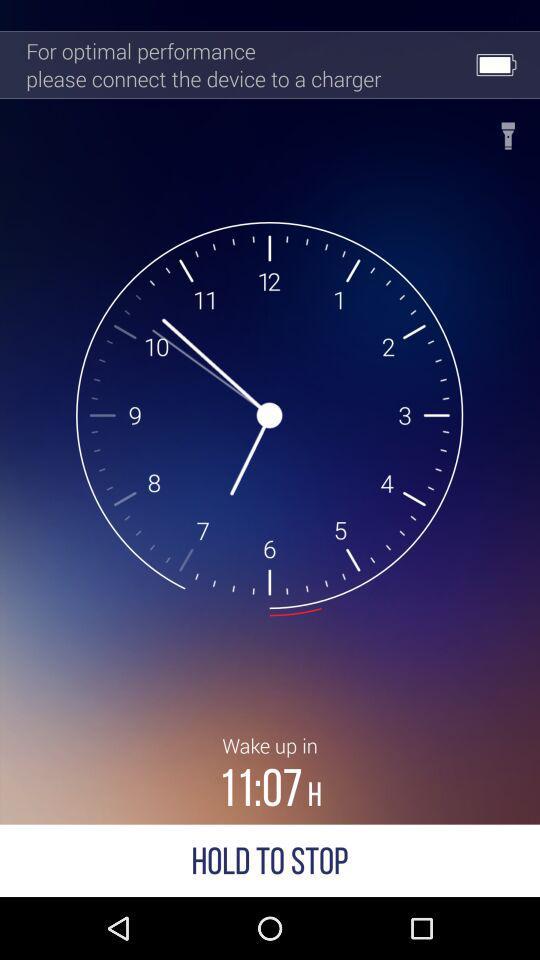 Image resolution: width=540 pixels, height=960 pixels. I want to click on turn on flash light, so click(508, 129).